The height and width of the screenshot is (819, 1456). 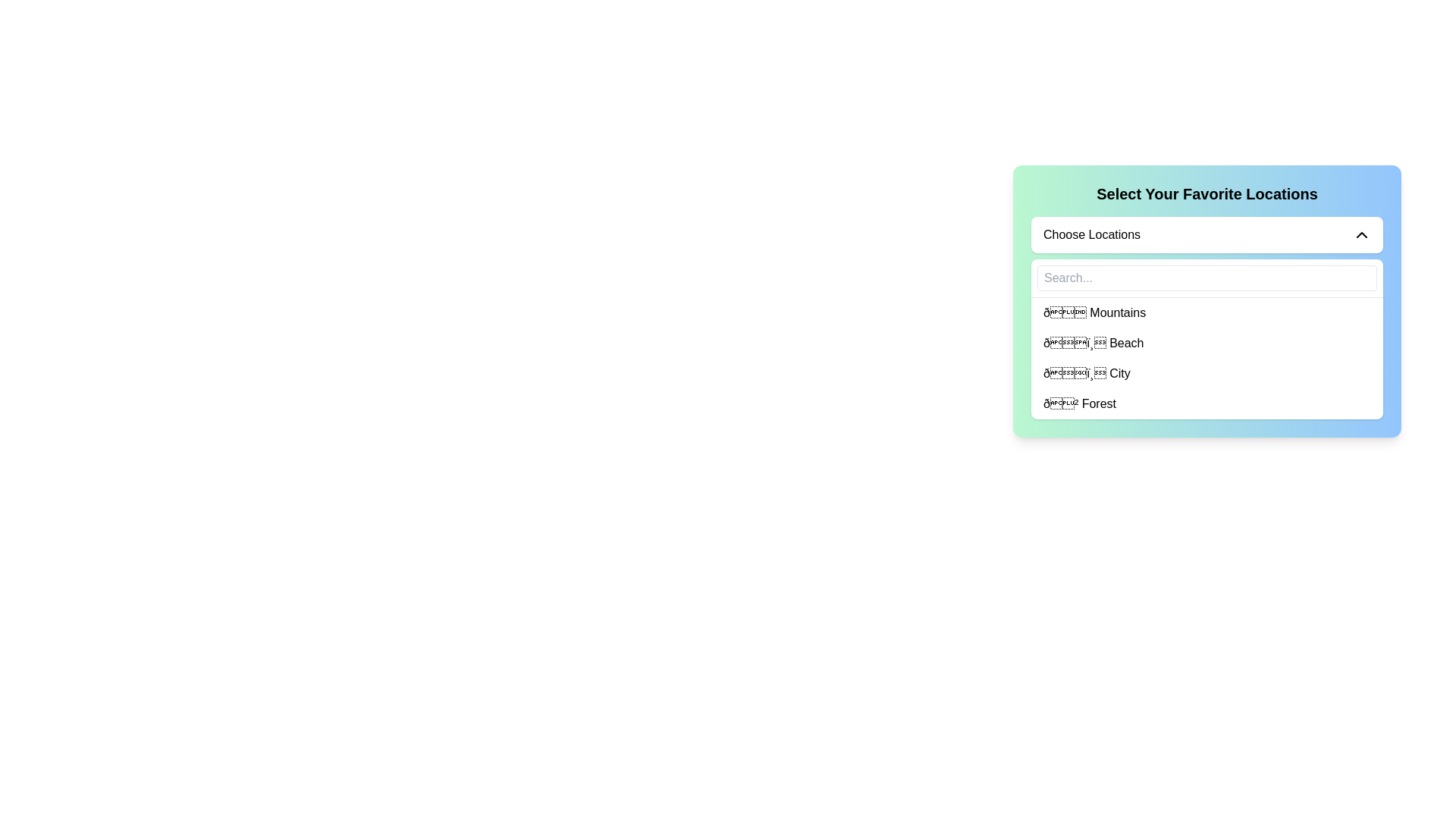 I want to click on the first selectable option in the dropdown menu titled 'Select Your Favorite Locations', so click(x=1094, y=312).